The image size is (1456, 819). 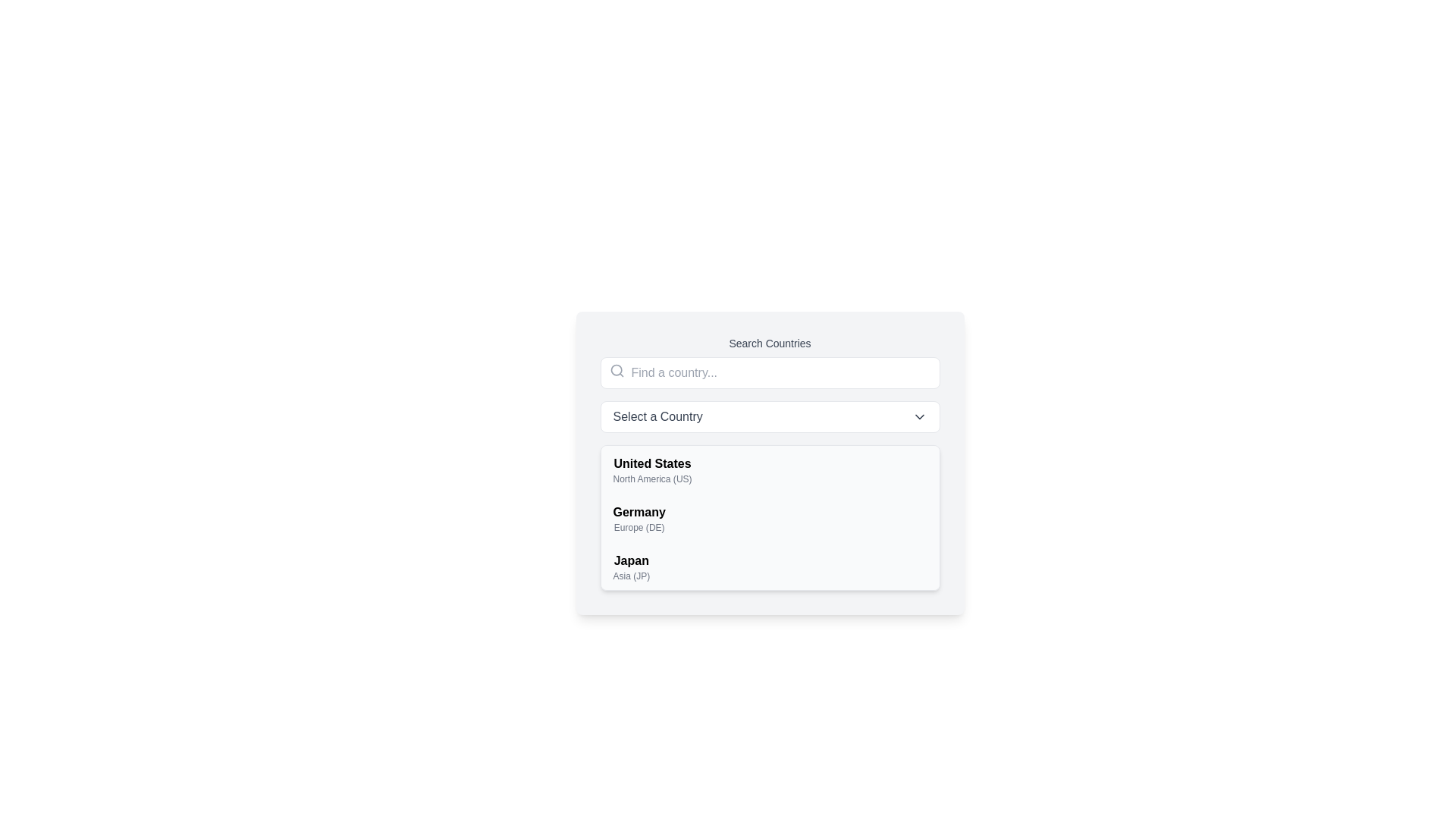 I want to click on the decorative graphical element within the circular part of the magnifying glass icon, located to the left of the 'Find a country...' placeholder text in the search field, so click(x=616, y=370).